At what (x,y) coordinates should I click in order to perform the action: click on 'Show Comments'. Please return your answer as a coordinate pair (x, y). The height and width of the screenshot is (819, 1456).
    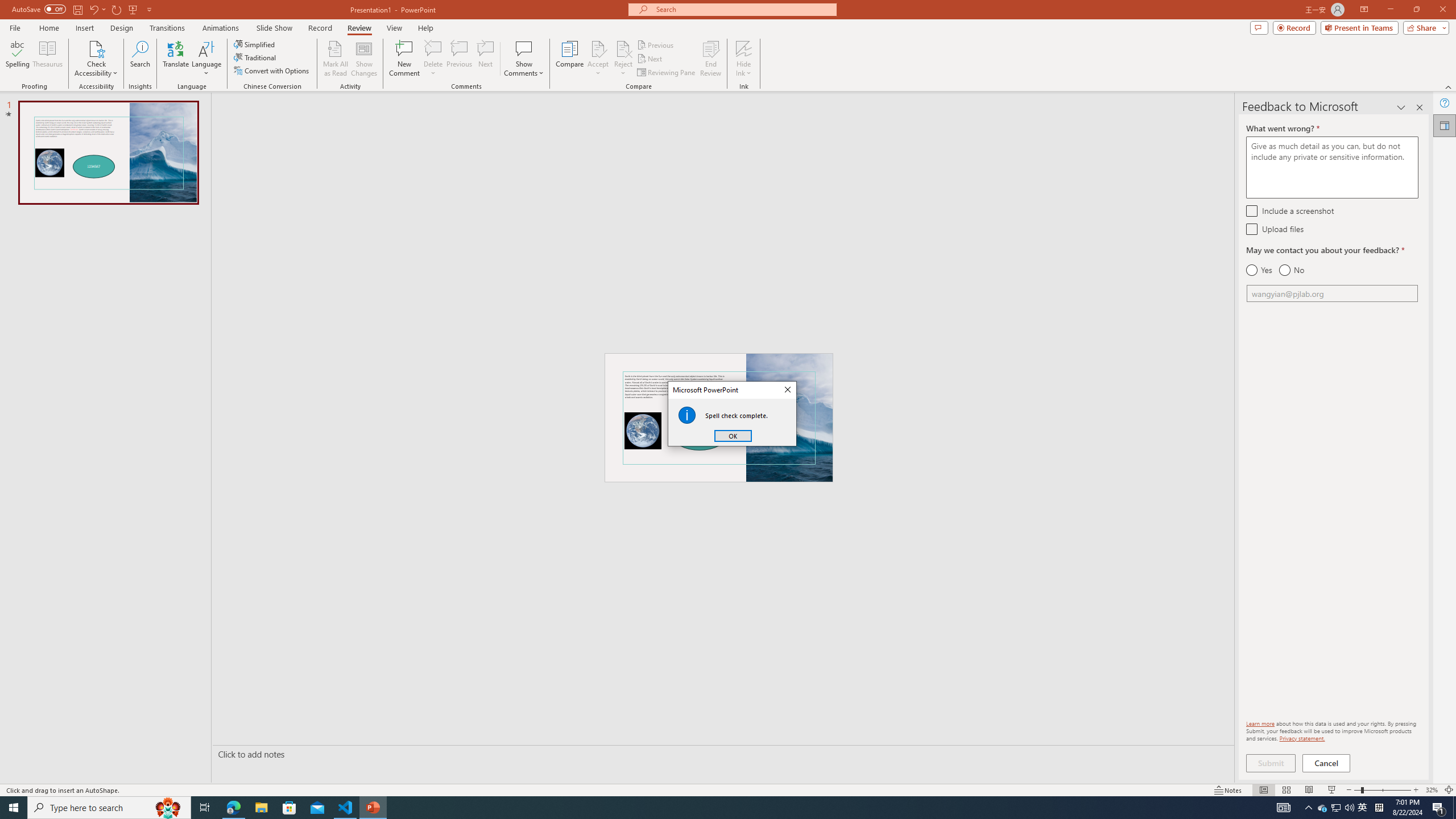
    Looking at the image, I should click on (524, 59).